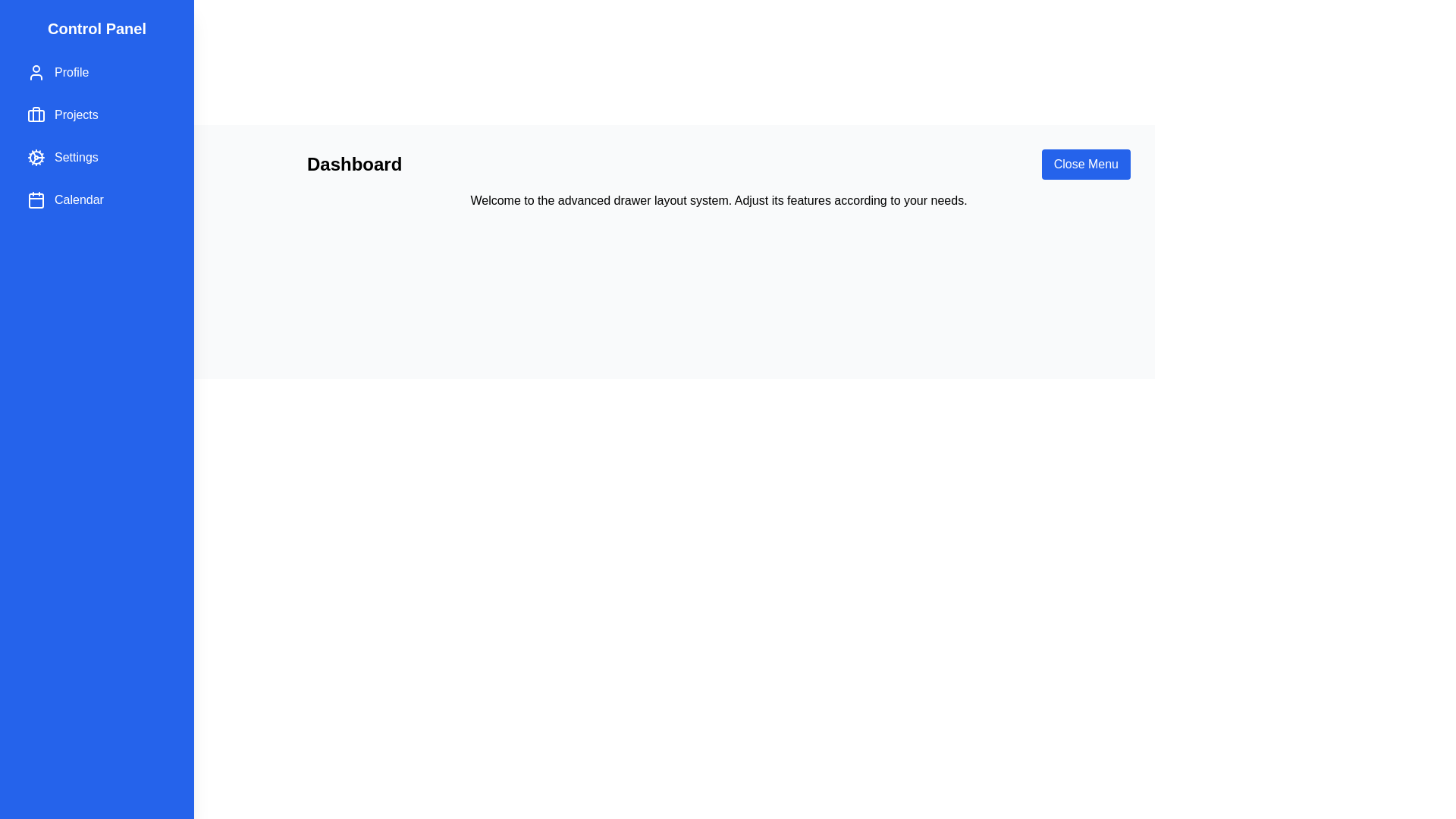 This screenshot has width=1456, height=819. Describe the element at coordinates (36, 200) in the screenshot. I see `the calendar date field represented as a blue rounded rectangle within the SVG icon located fourth in the vertical list of navigation icons on the blue sidebar` at that location.